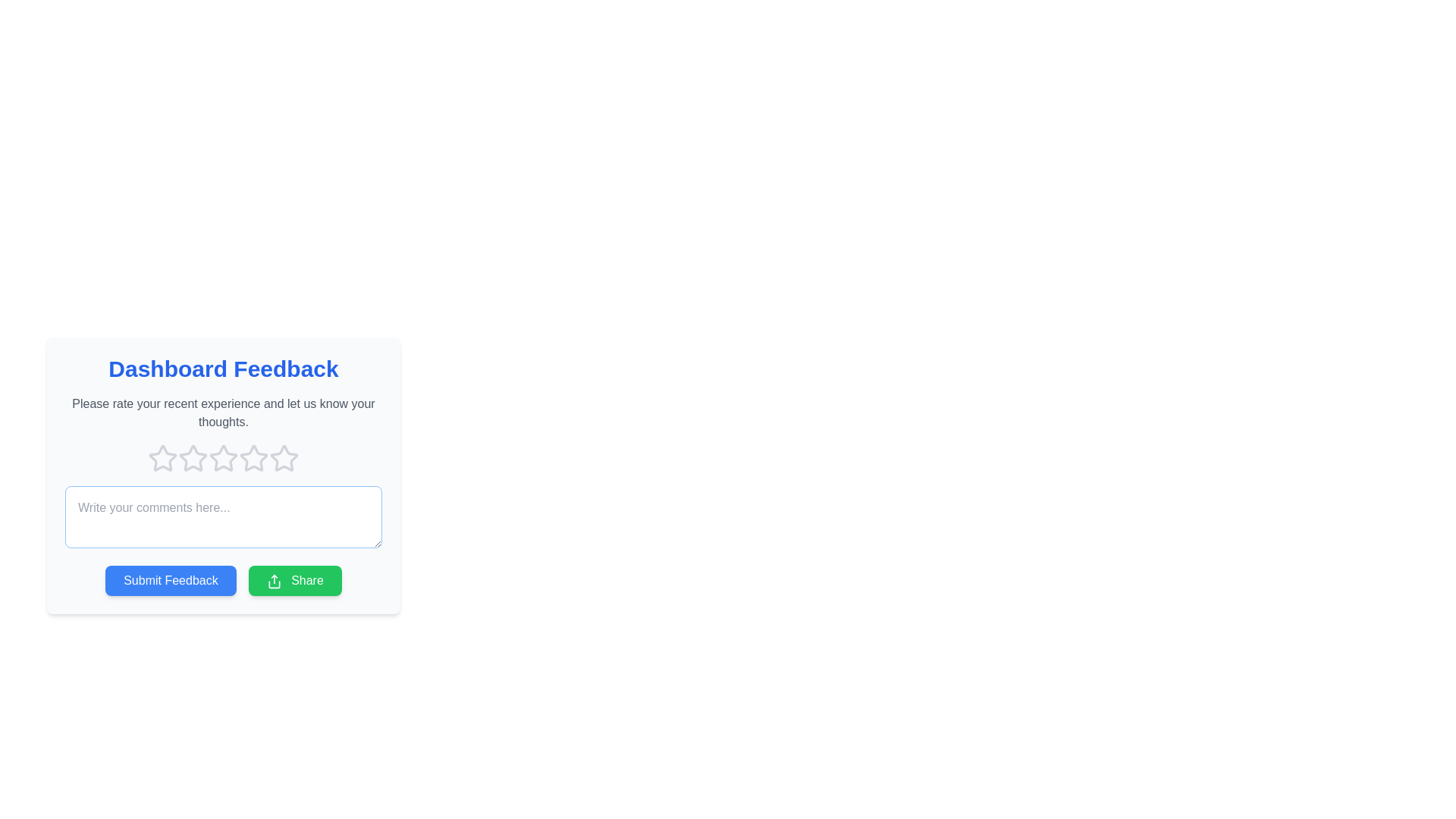 Image resolution: width=1456 pixels, height=819 pixels. What do you see at coordinates (274, 580) in the screenshot?
I see `the share icon located to the left of the 'Share' text label within the green 'Share' button at the bottom right corner of the white feedback panel` at bounding box center [274, 580].